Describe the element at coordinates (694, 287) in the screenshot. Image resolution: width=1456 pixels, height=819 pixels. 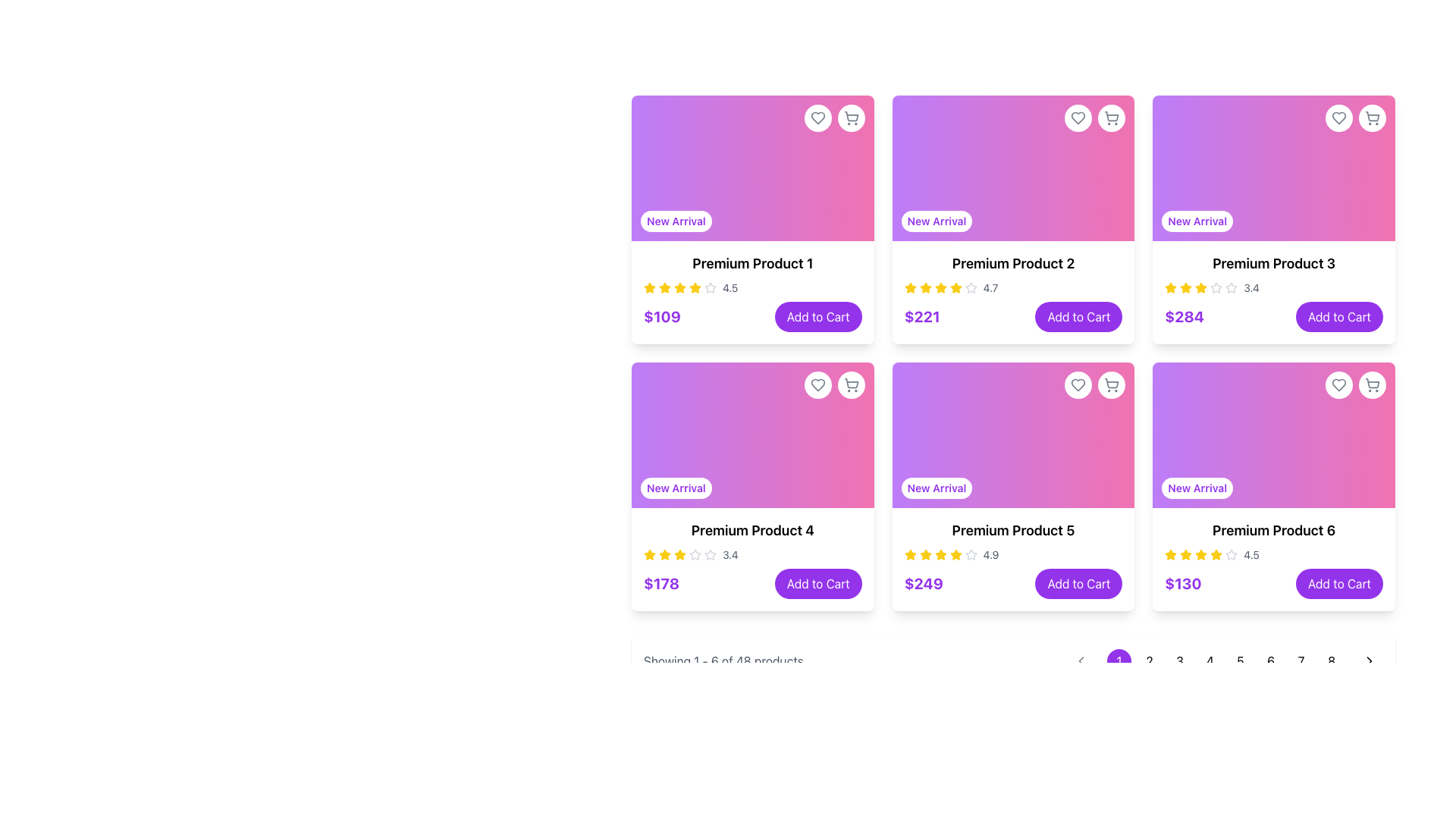
I see `the second star icon in the five-star rating system for the product 'Premium Product 1', located below the product image` at that location.